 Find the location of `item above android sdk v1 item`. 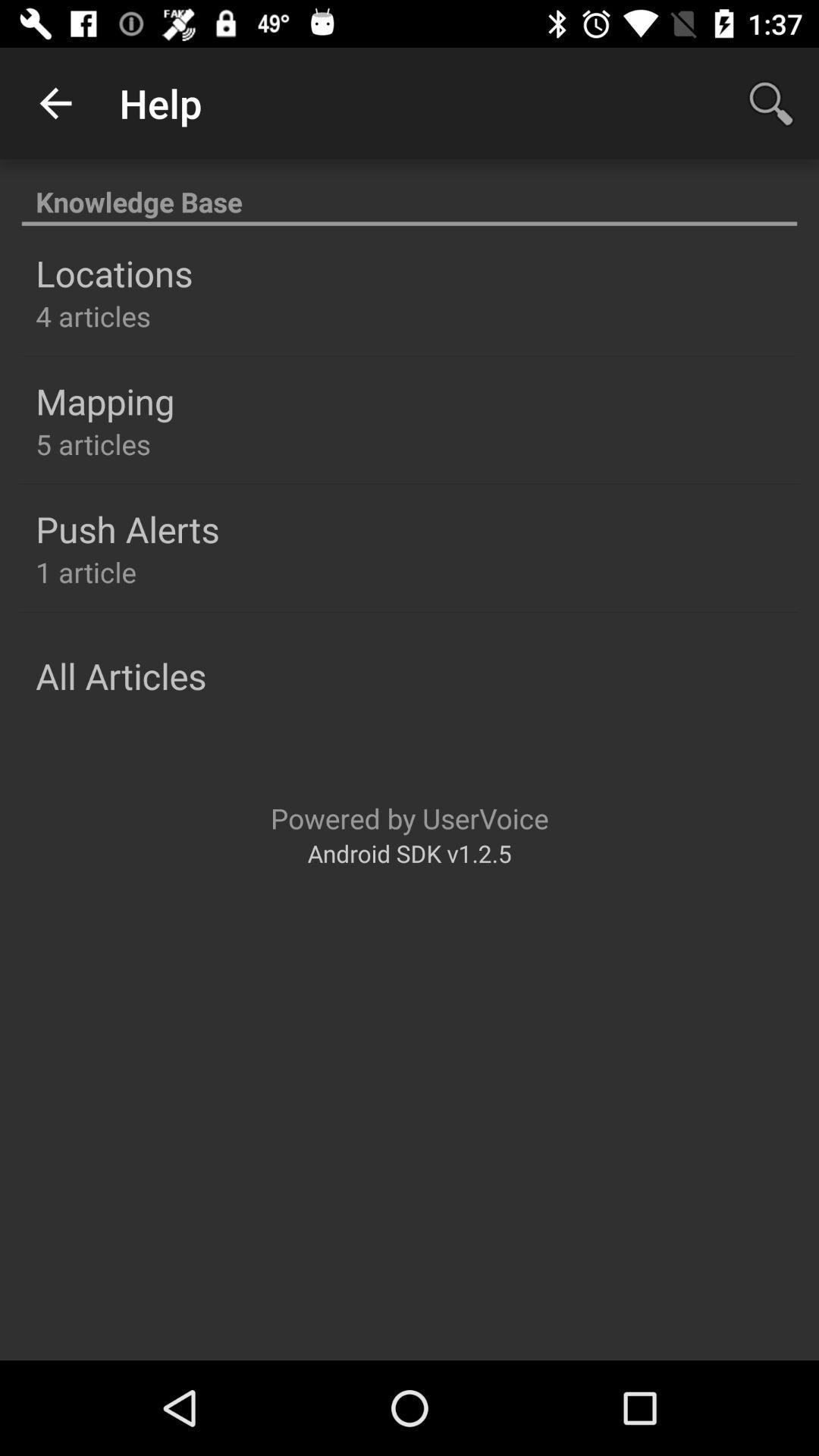

item above android sdk v1 item is located at coordinates (409, 817).